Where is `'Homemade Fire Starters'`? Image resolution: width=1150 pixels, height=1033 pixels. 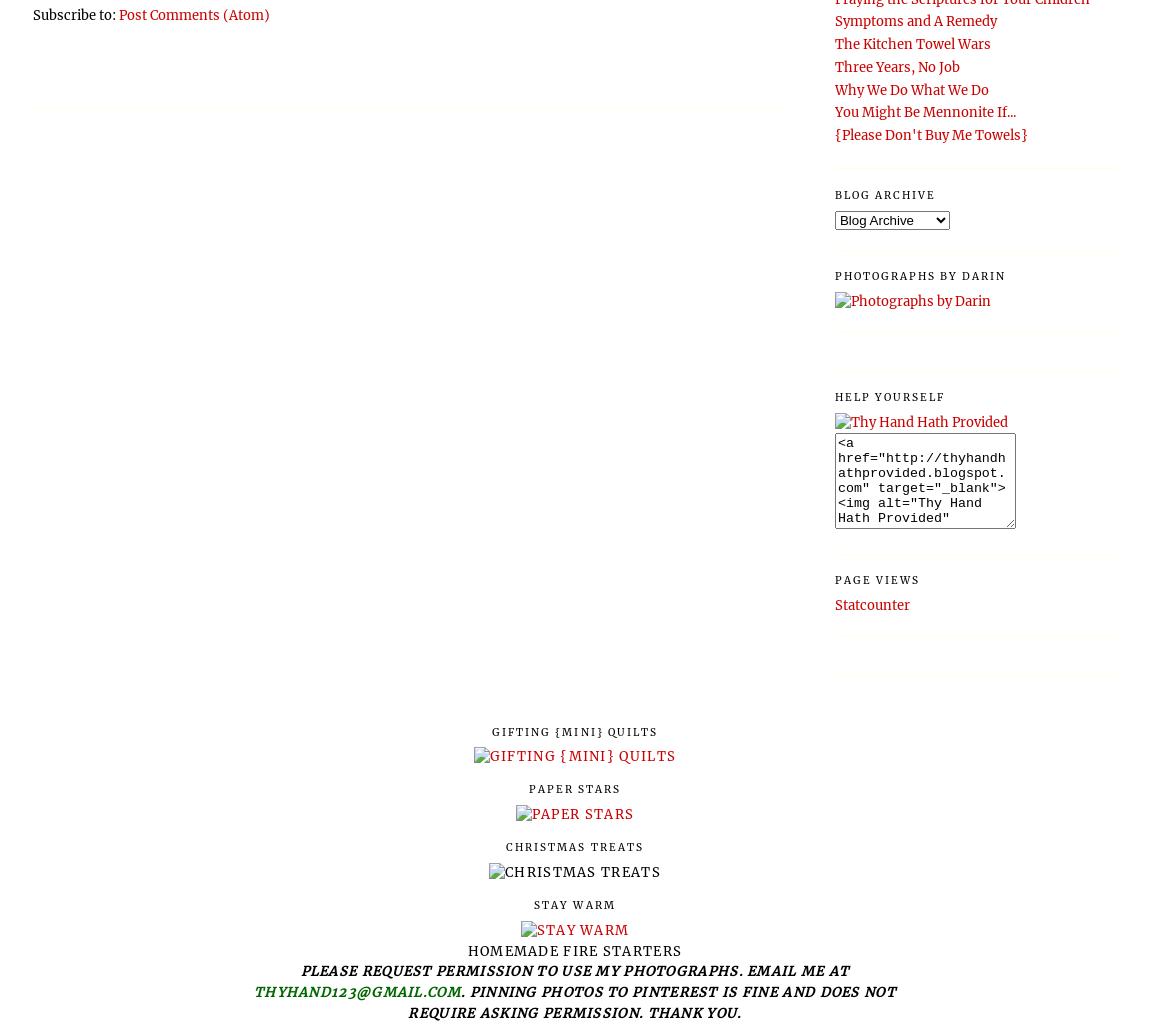 'Homemade Fire Starters' is located at coordinates (574, 949).